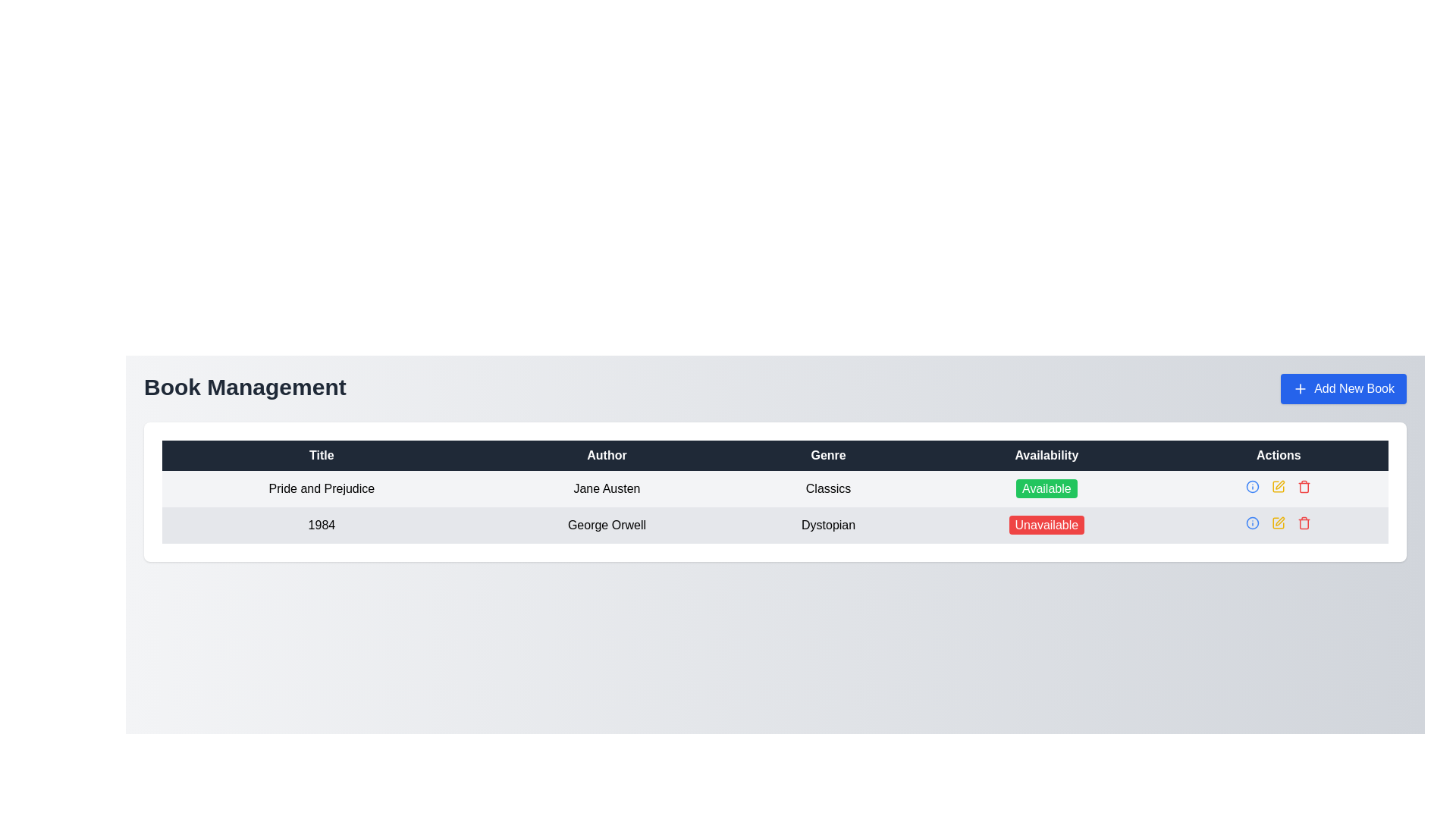 Image resolution: width=1456 pixels, height=819 pixels. I want to click on the yellow pencil icon located in the 'Actions' column of the last row to initiate editing, so click(1278, 522).